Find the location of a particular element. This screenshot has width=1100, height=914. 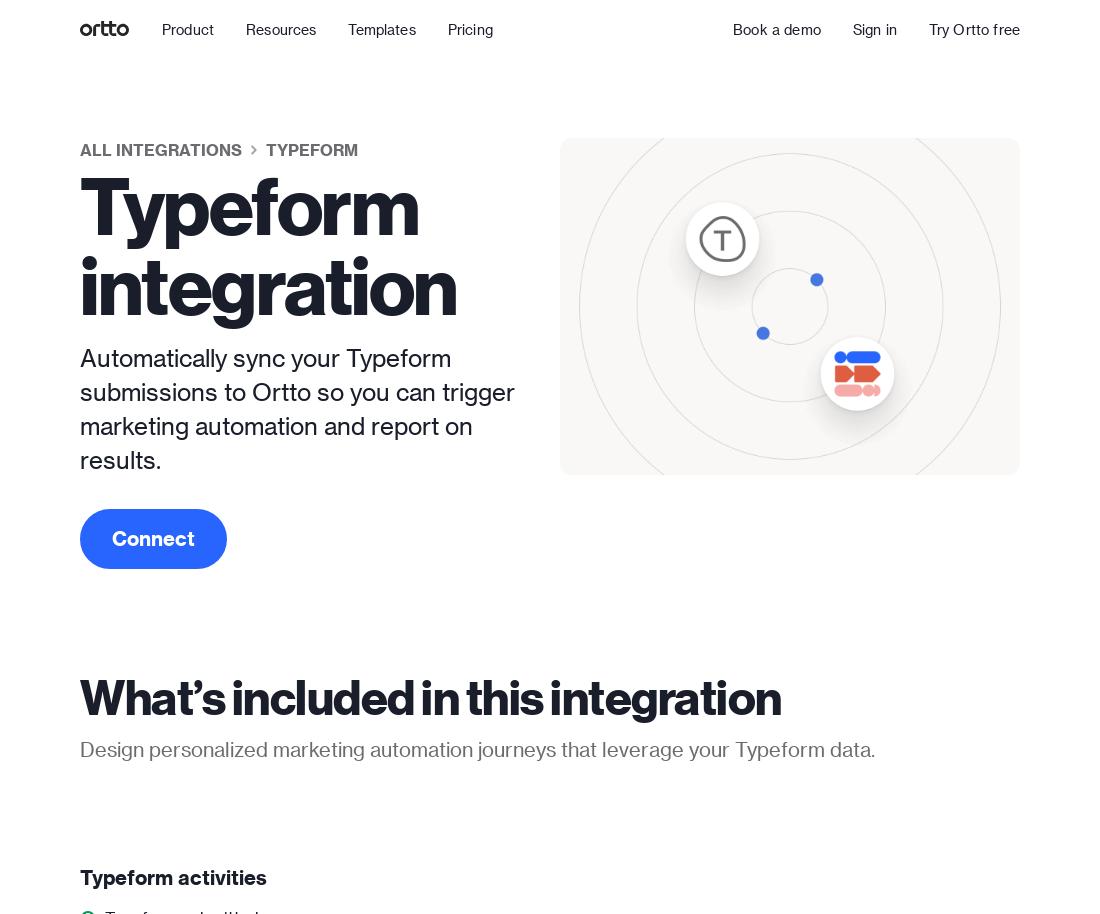

'All Integrations' is located at coordinates (160, 148).